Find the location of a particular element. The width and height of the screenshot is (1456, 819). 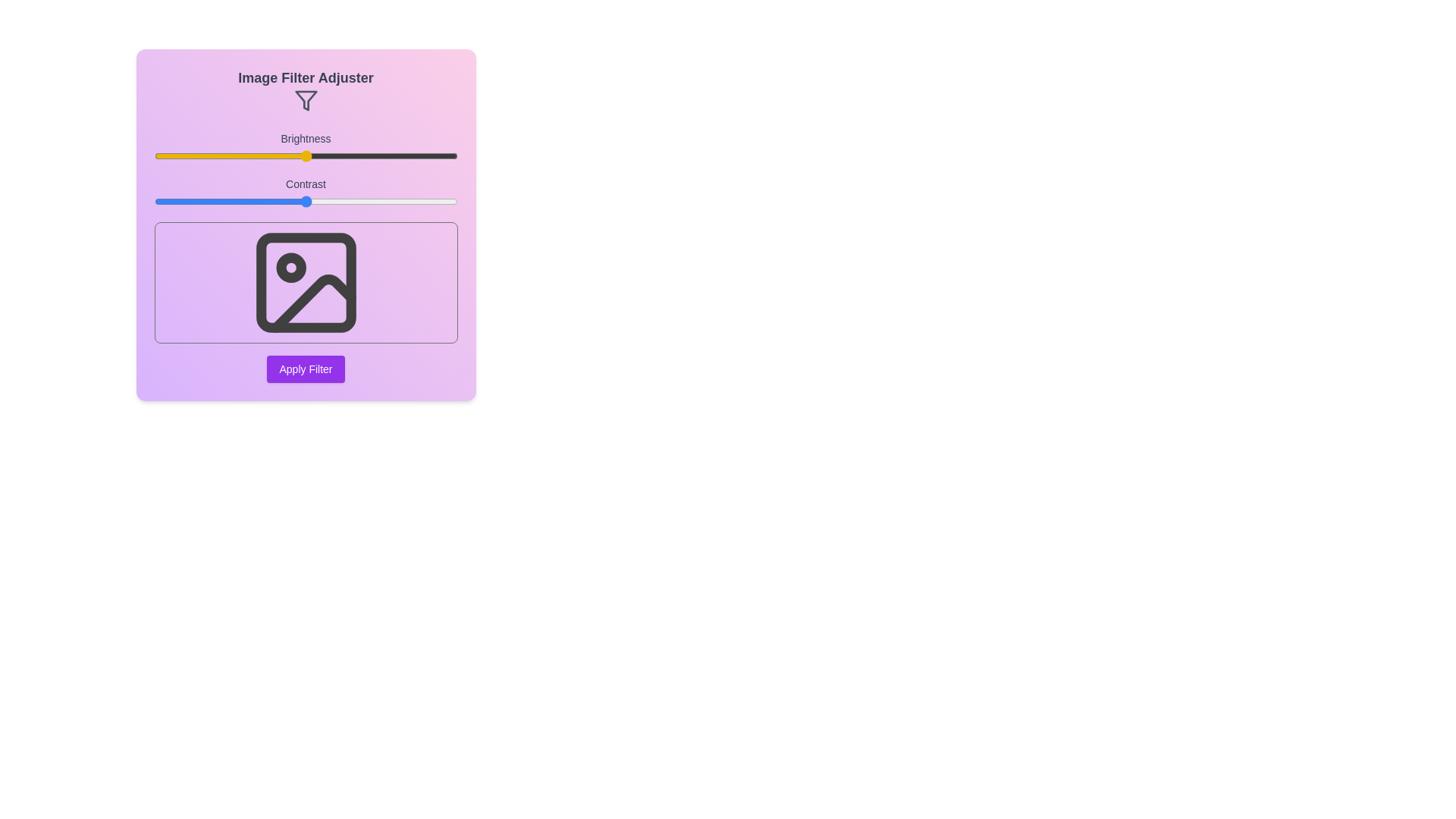

'Apply Filter' button to apply the current filter settings is located at coordinates (305, 369).